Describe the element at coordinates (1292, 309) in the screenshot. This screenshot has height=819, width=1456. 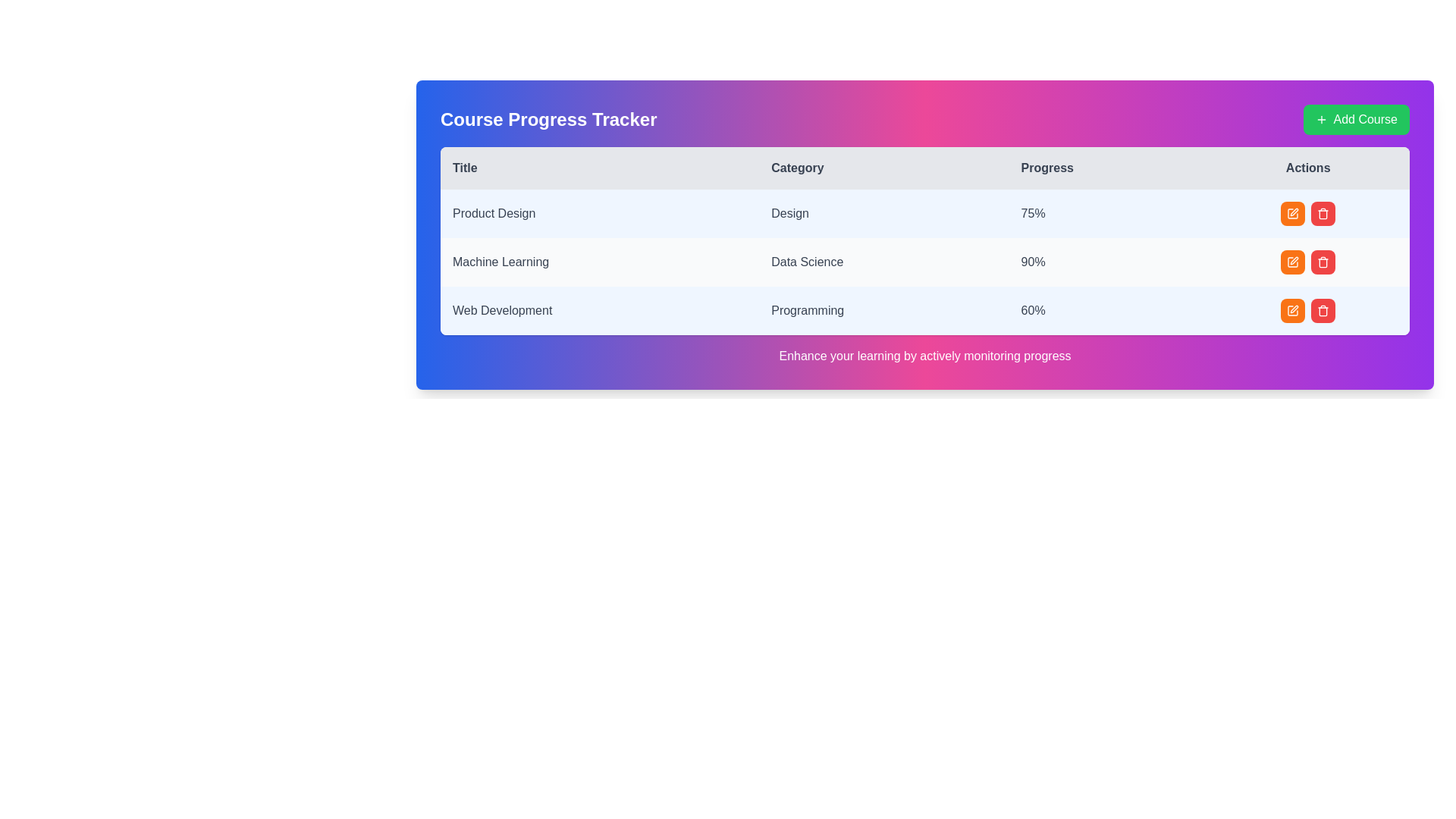
I see `the edit button for the 'Web Development' course in the 'Actions' column of the 'Course Progress Tracker' table` at that location.